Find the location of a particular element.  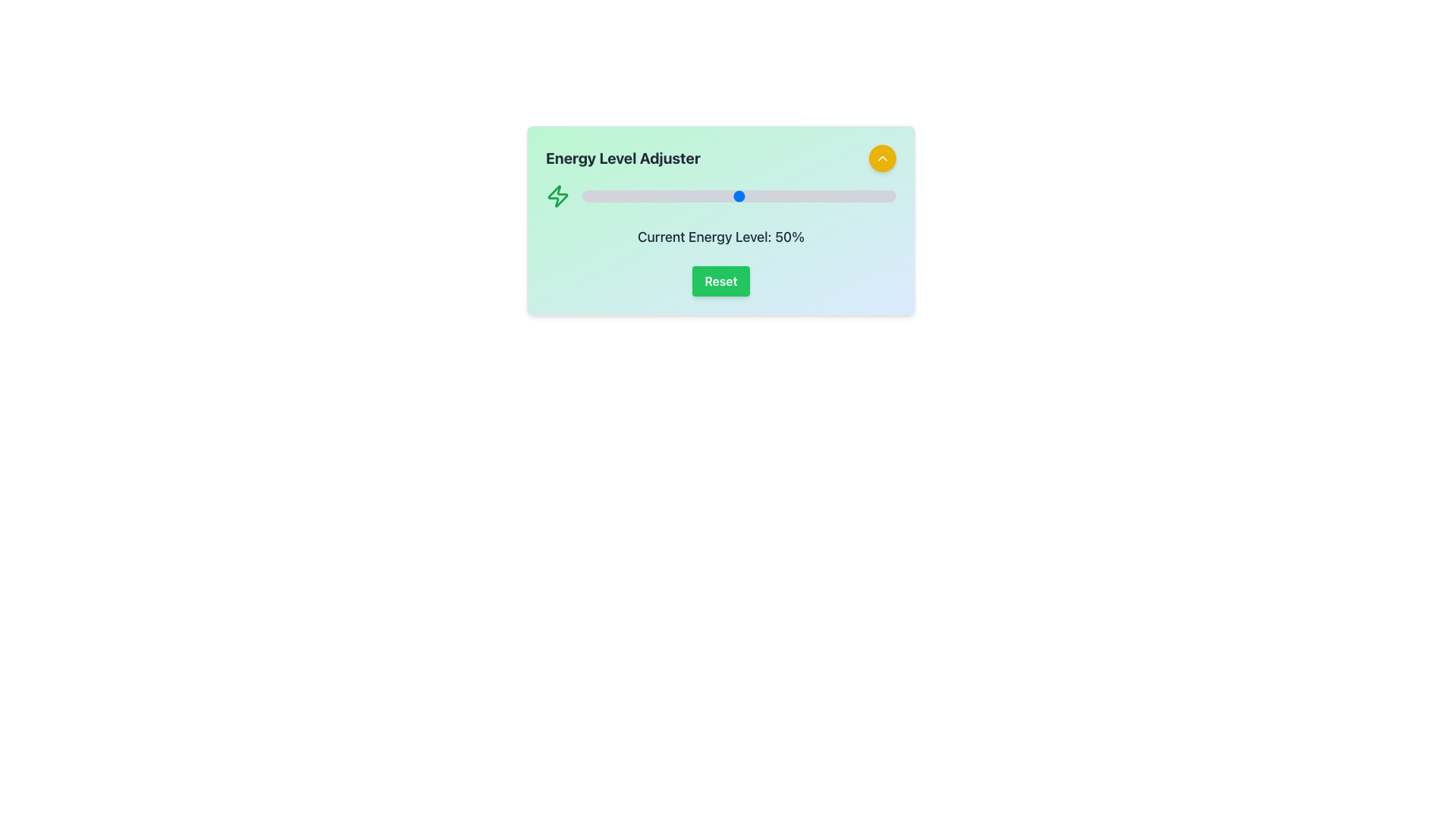

the energy level is located at coordinates (620, 195).